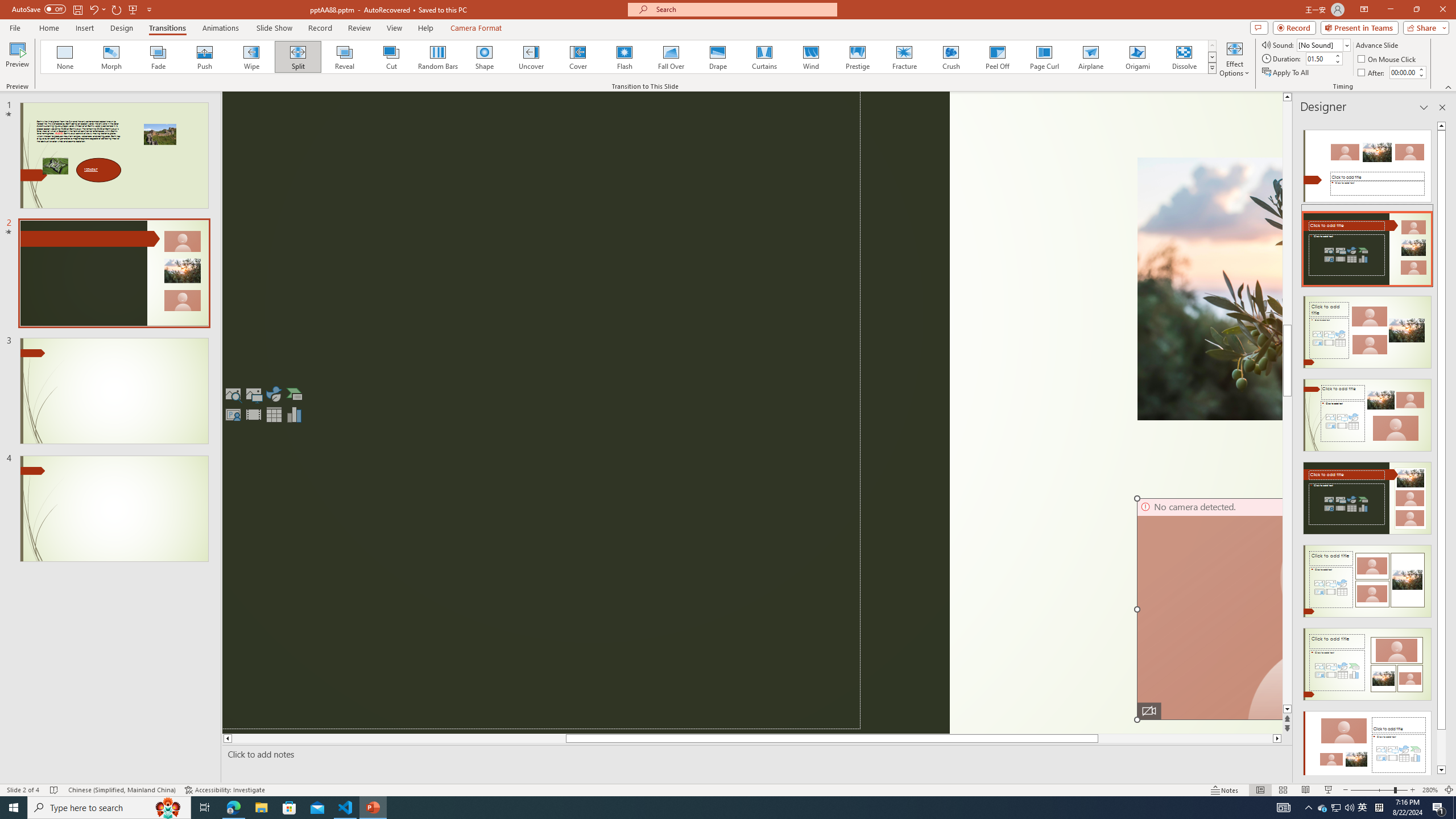 The height and width of the screenshot is (819, 1456). What do you see at coordinates (1372, 72) in the screenshot?
I see `'After'` at bounding box center [1372, 72].